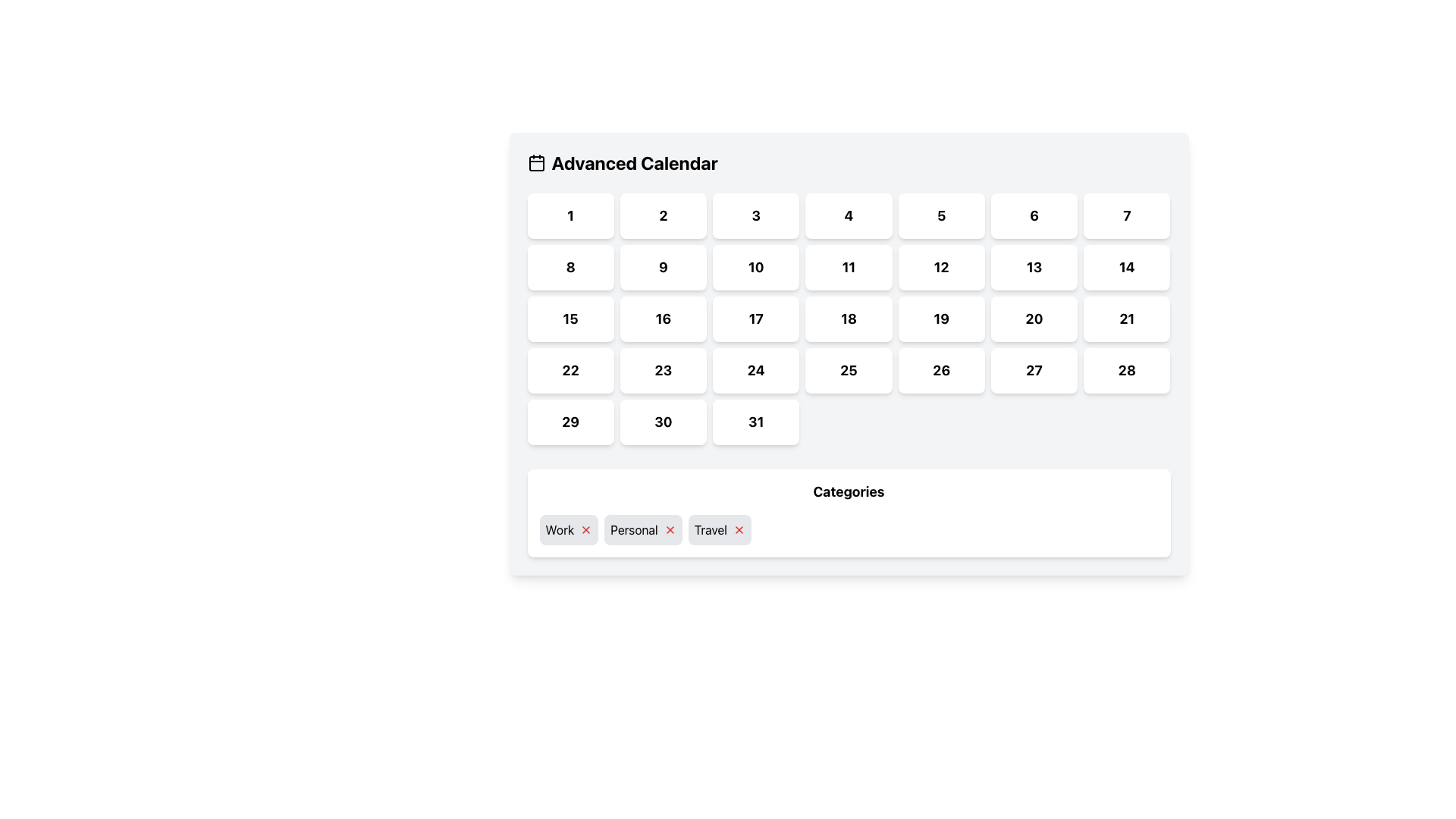  I want to click on the bold, black numeral '6' displayed in the calendar grid, which is centrally positioned within its box with a white background and rounded corners, so click(1033, 215).